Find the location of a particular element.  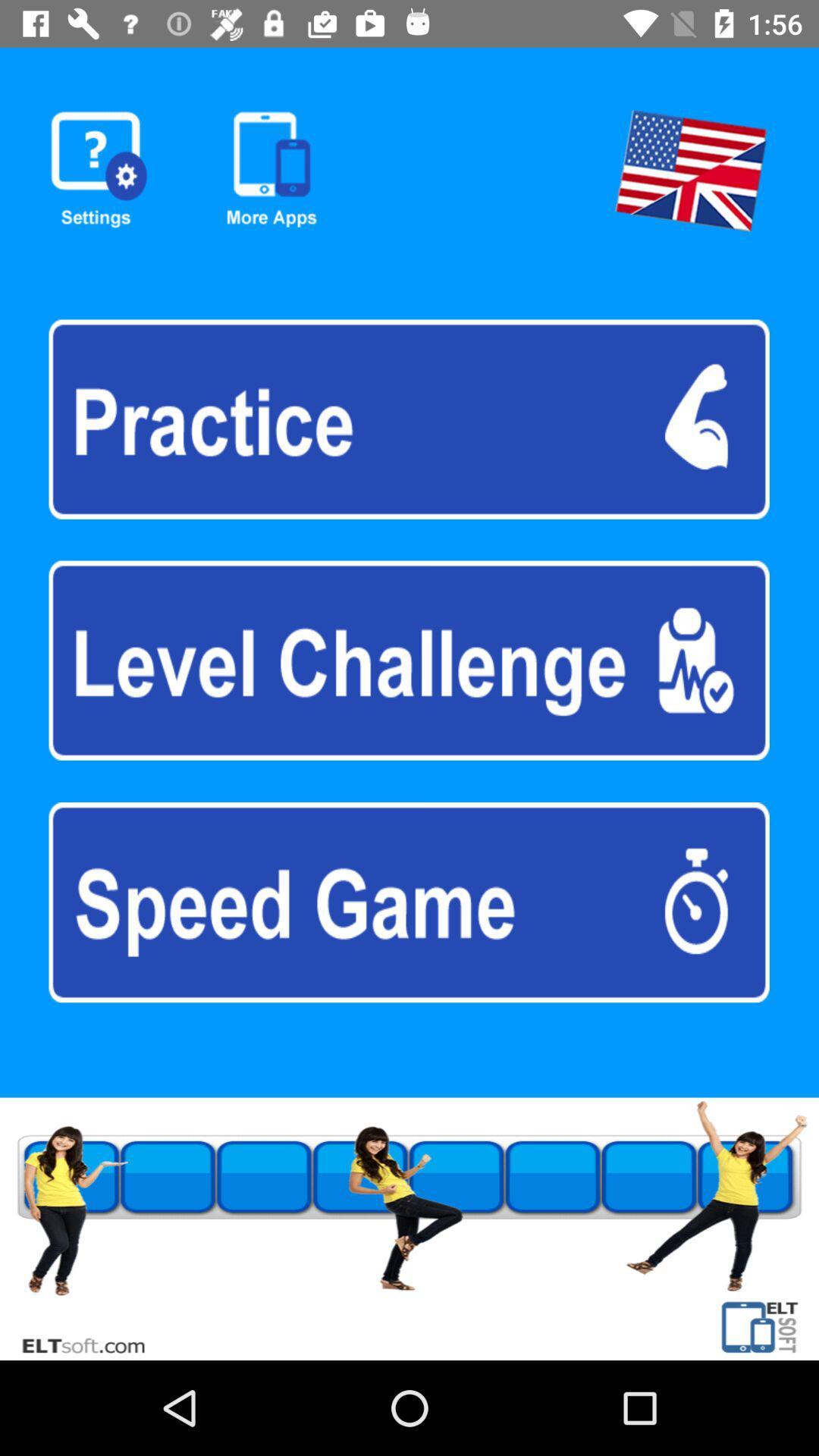

show more apps is located at coordinates (271, 171).